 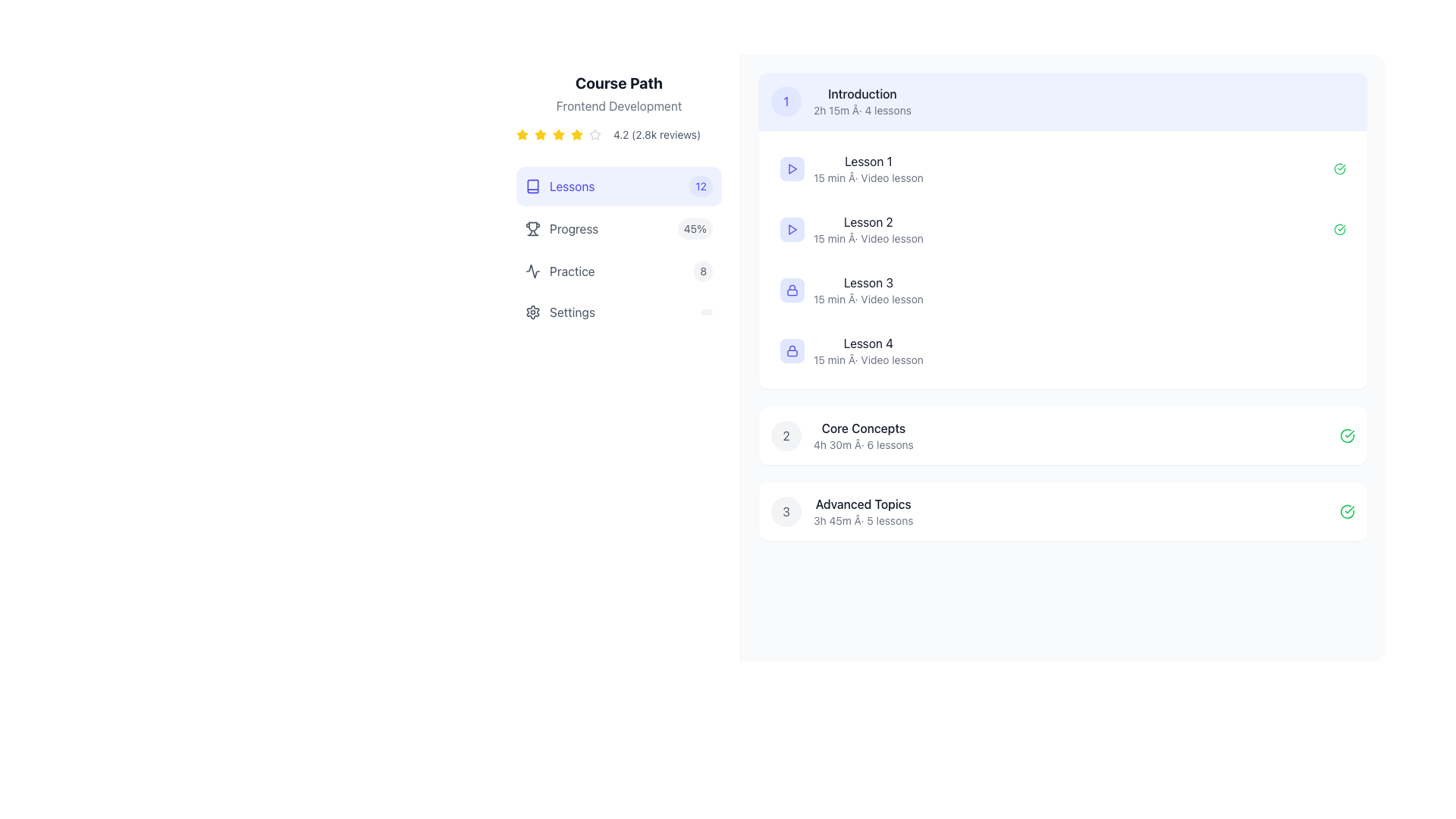 I want to click on the static text label displaying '15 min Â· Video lesson' to potentially reveal more details, so click(x=868, y=299).